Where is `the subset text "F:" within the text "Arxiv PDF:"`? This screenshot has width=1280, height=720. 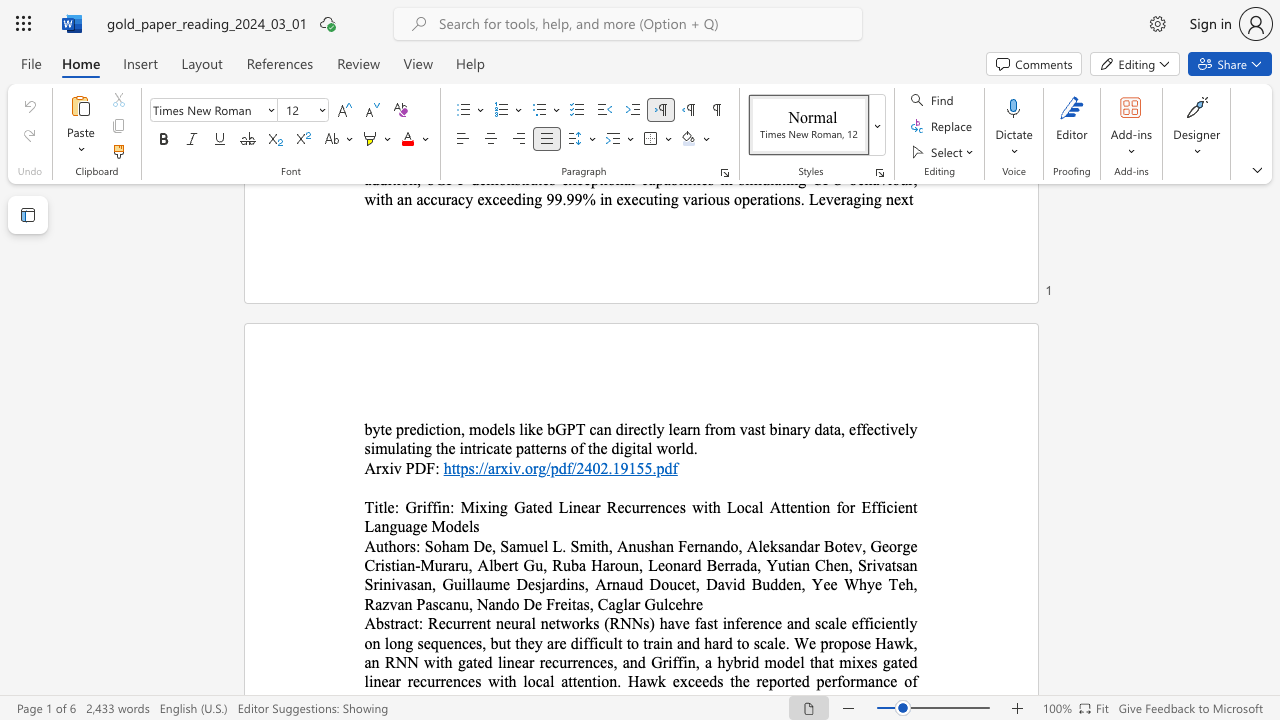
the subset text "F:" within the text "Arxiv PDF:" is located at coordinates (425, 468).